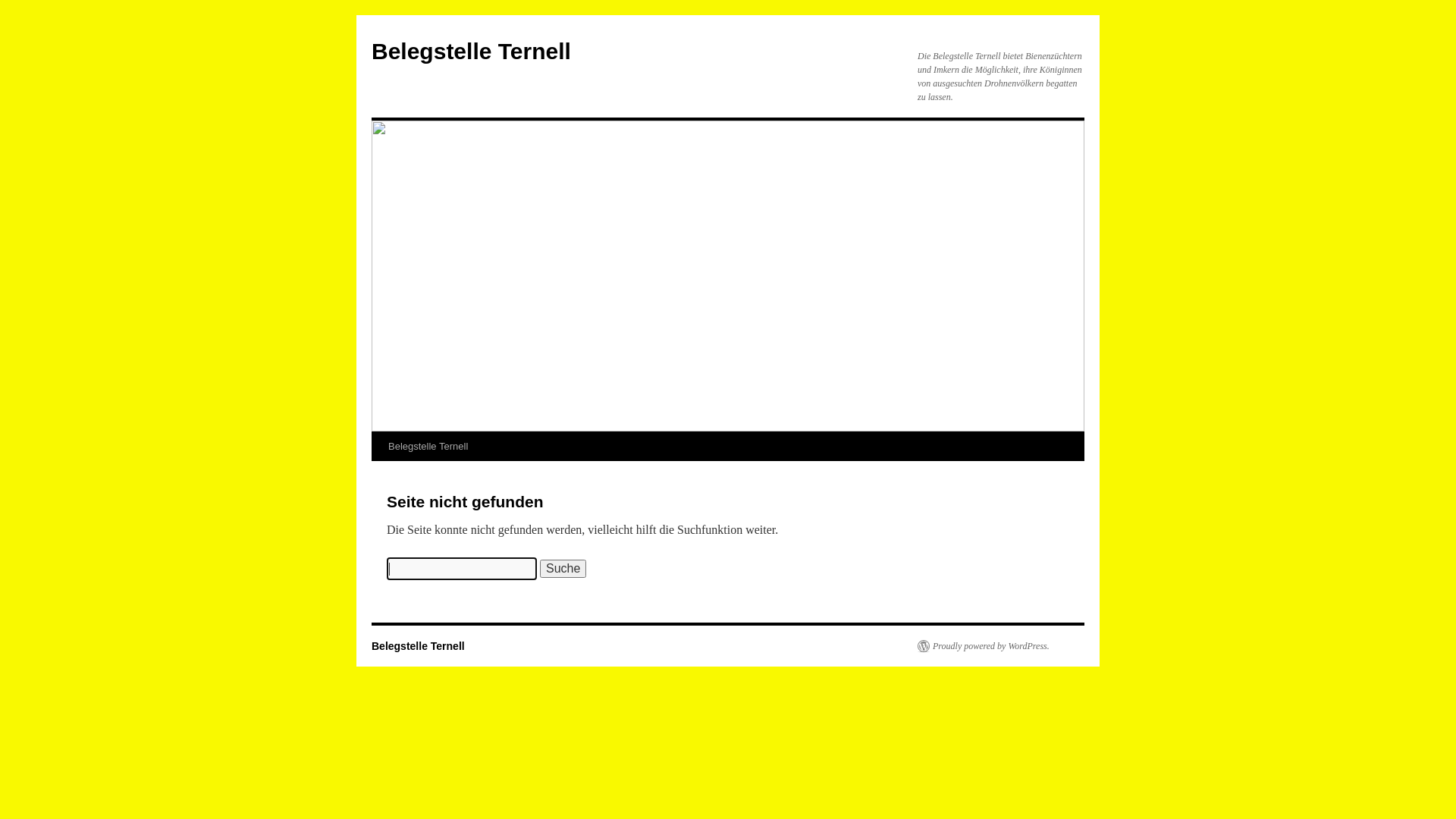 This screenshot has height=819, width=1456. What do you see at coordinates (539, 568) in the screenshot?
I see `'Suche'` at bounding box center [539, 568].